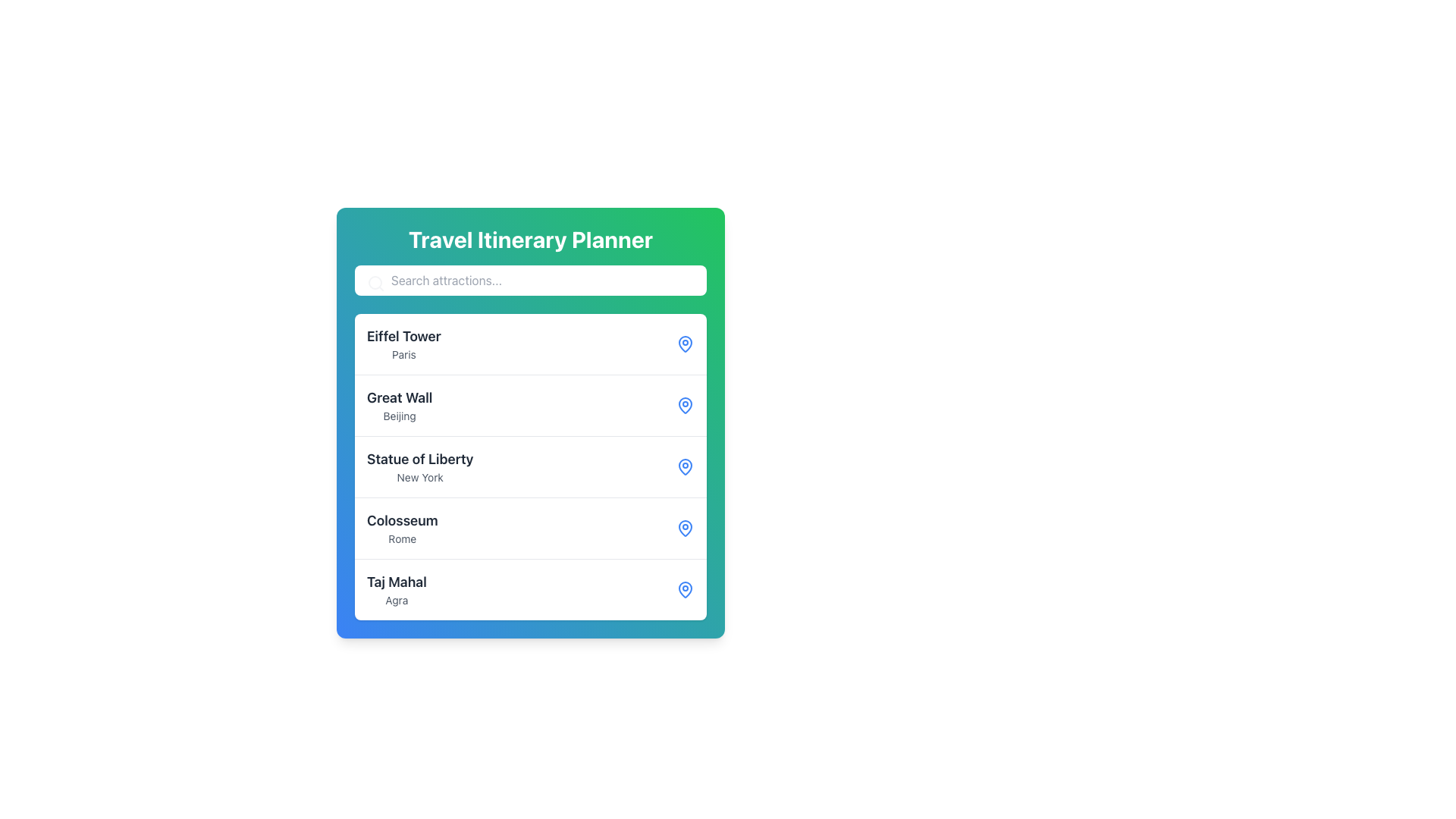  What do you see at coordinates (684, 403) in the screenshot?
I see `the lower portion of the heart-shaped pin icon, filled with blue, located to the right of the 'Great Wall' item in the 'Travel Itinerary Planner' interface` at bounding box center [684, 403].